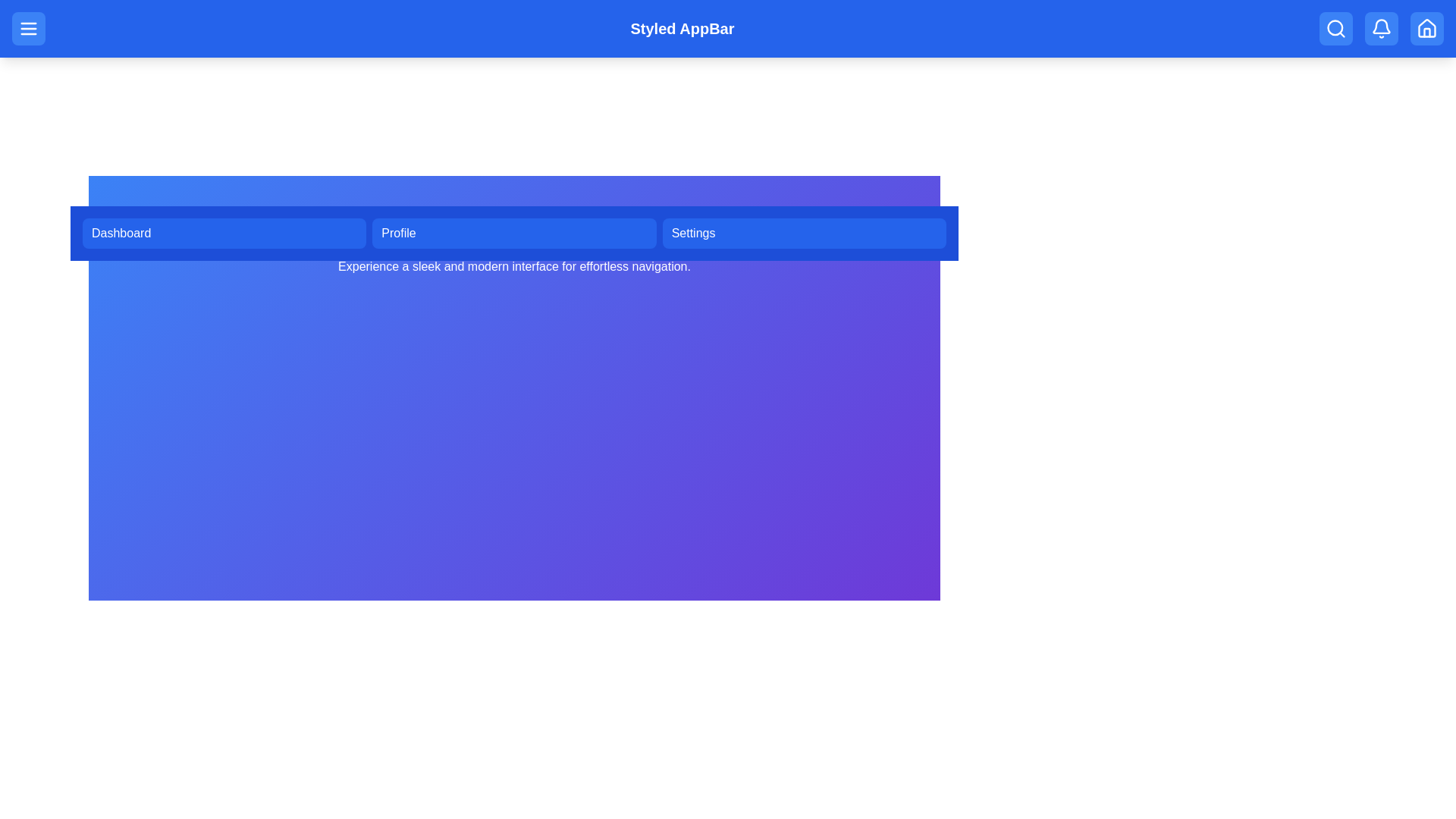 The height and width of the screenshot is (819, 1456). I want to click on the navigation menu button corresponding to Settings, so click(803, 234).